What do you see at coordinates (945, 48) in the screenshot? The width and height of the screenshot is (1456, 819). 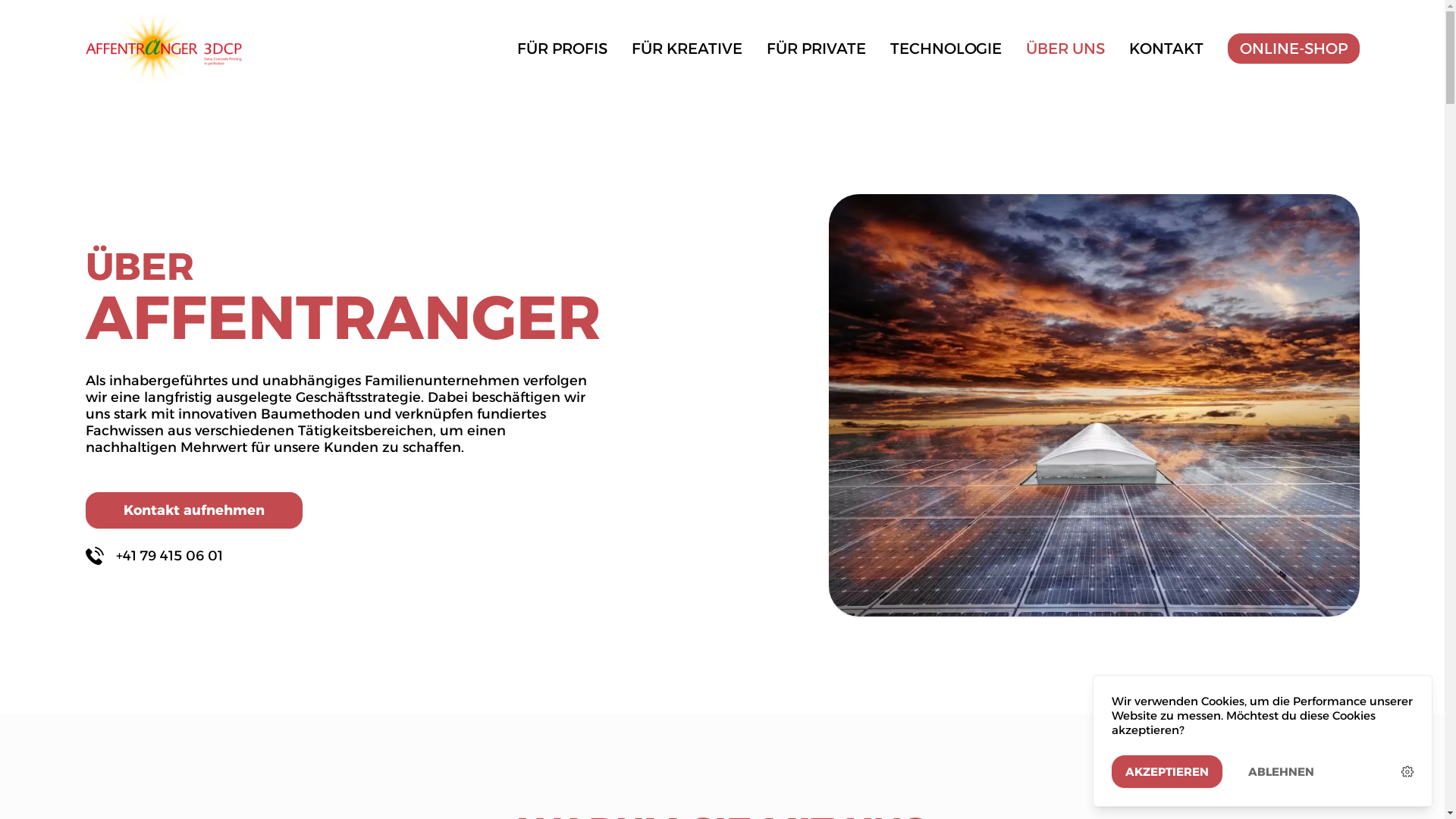 I see `'TECHNOLOGIE'` at bounding box center [945, 48].